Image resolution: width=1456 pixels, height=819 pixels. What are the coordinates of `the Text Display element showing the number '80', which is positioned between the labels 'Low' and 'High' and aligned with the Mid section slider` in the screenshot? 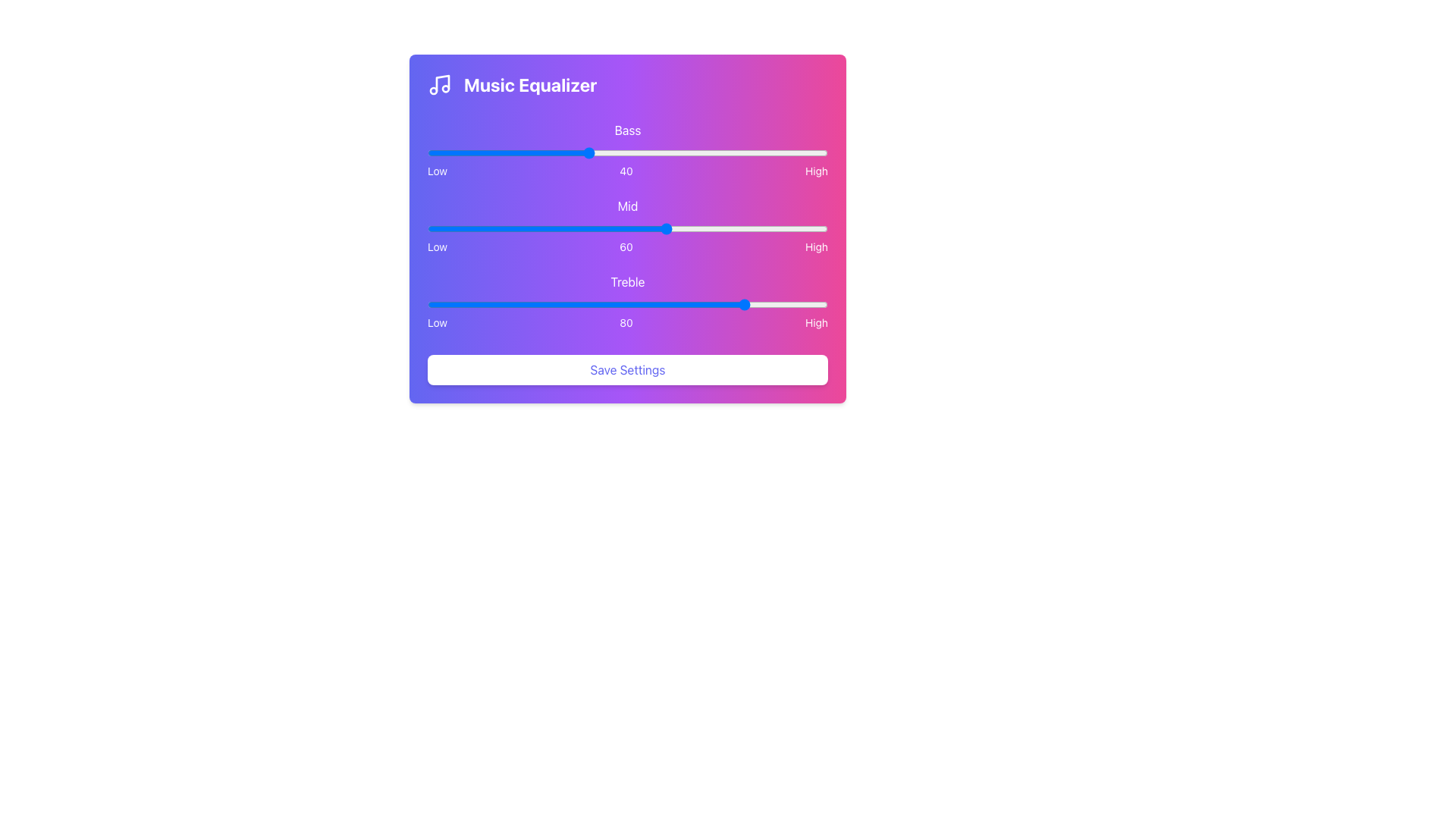 It's located at (626, 322).